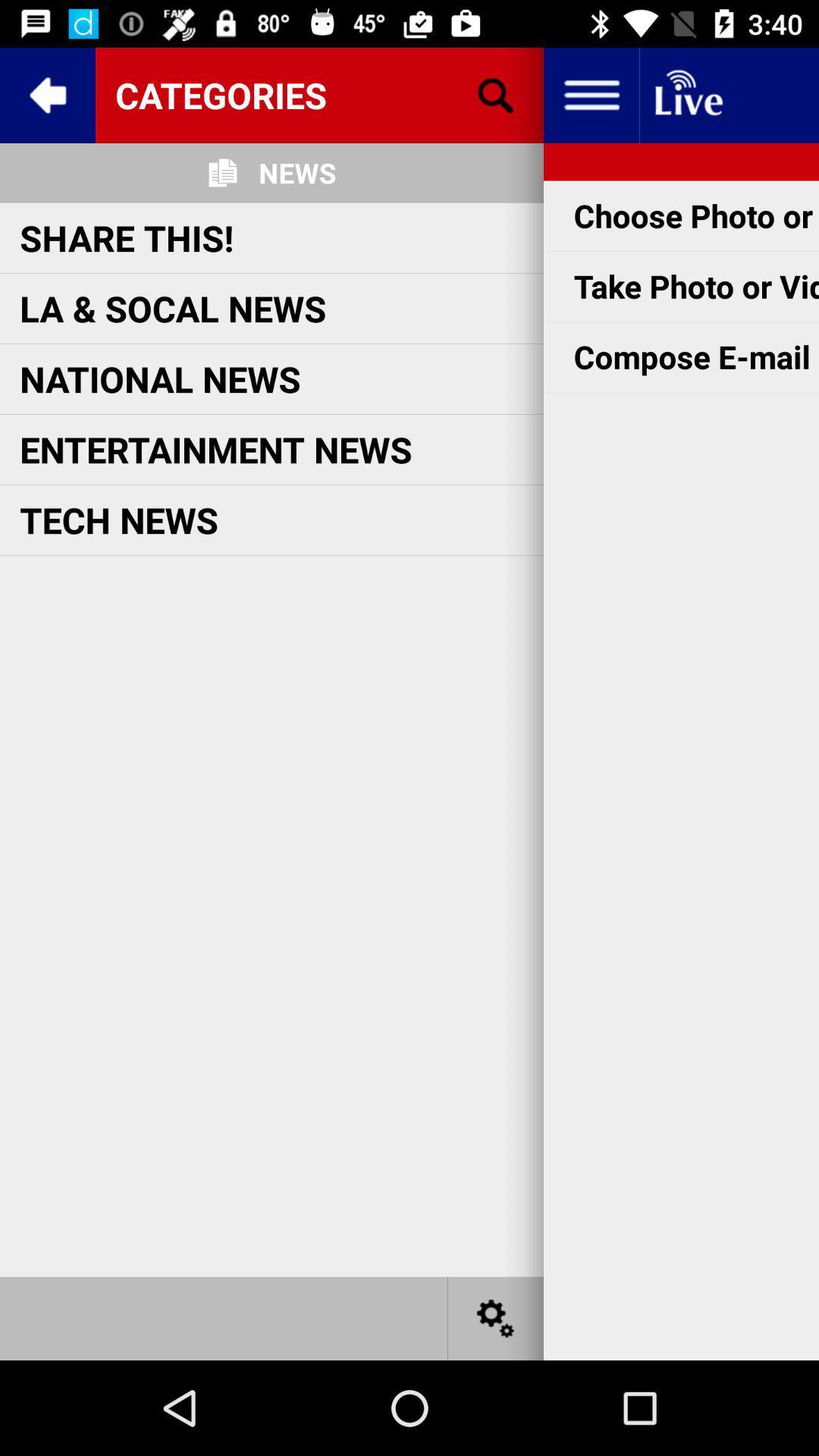  Describe the element at coordinates (496, 94) in the screenshot. I see `to search` at that location.